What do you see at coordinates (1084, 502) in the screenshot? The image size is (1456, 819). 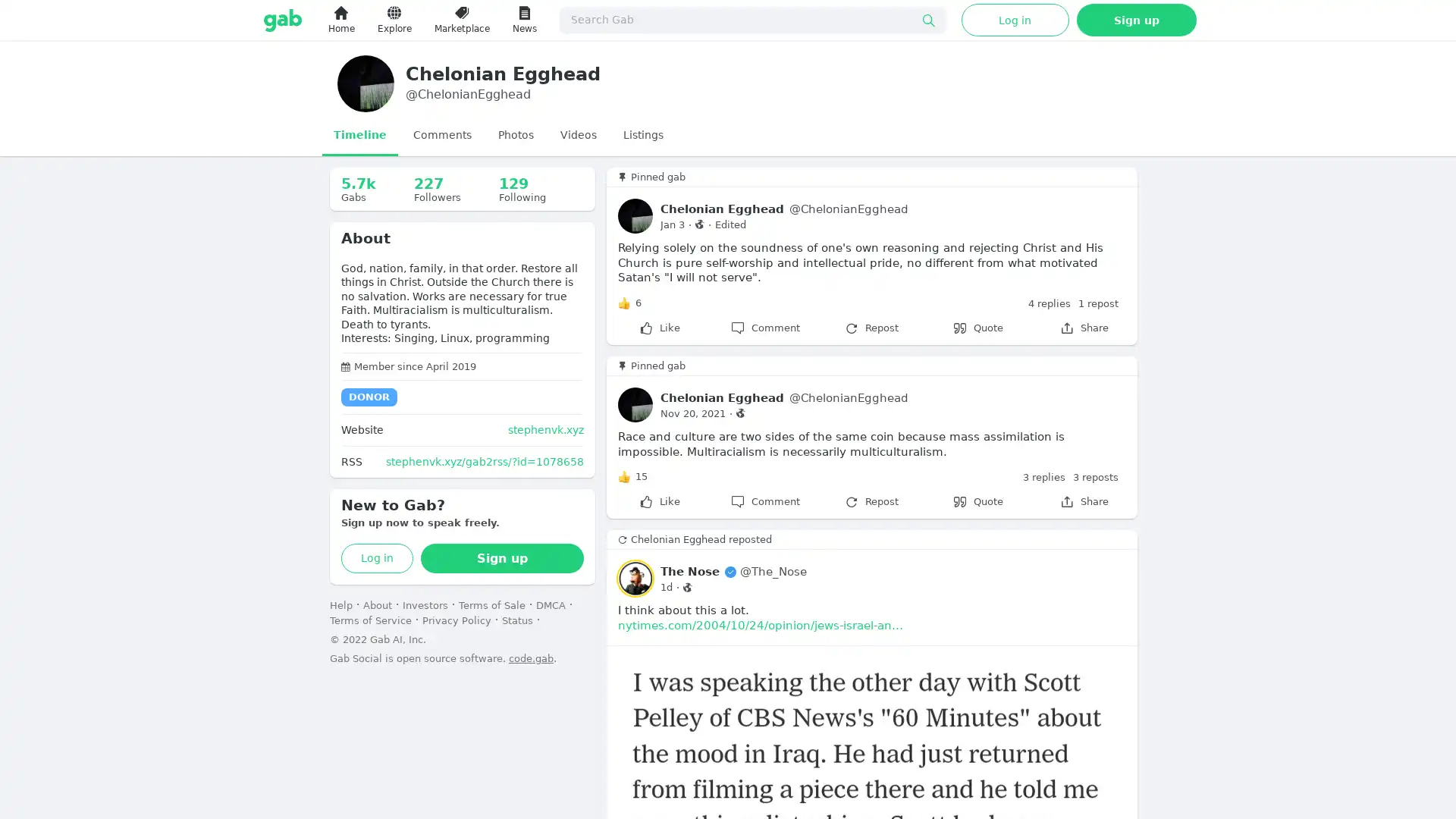 I see `Share` at bounding box center [1084, 502].